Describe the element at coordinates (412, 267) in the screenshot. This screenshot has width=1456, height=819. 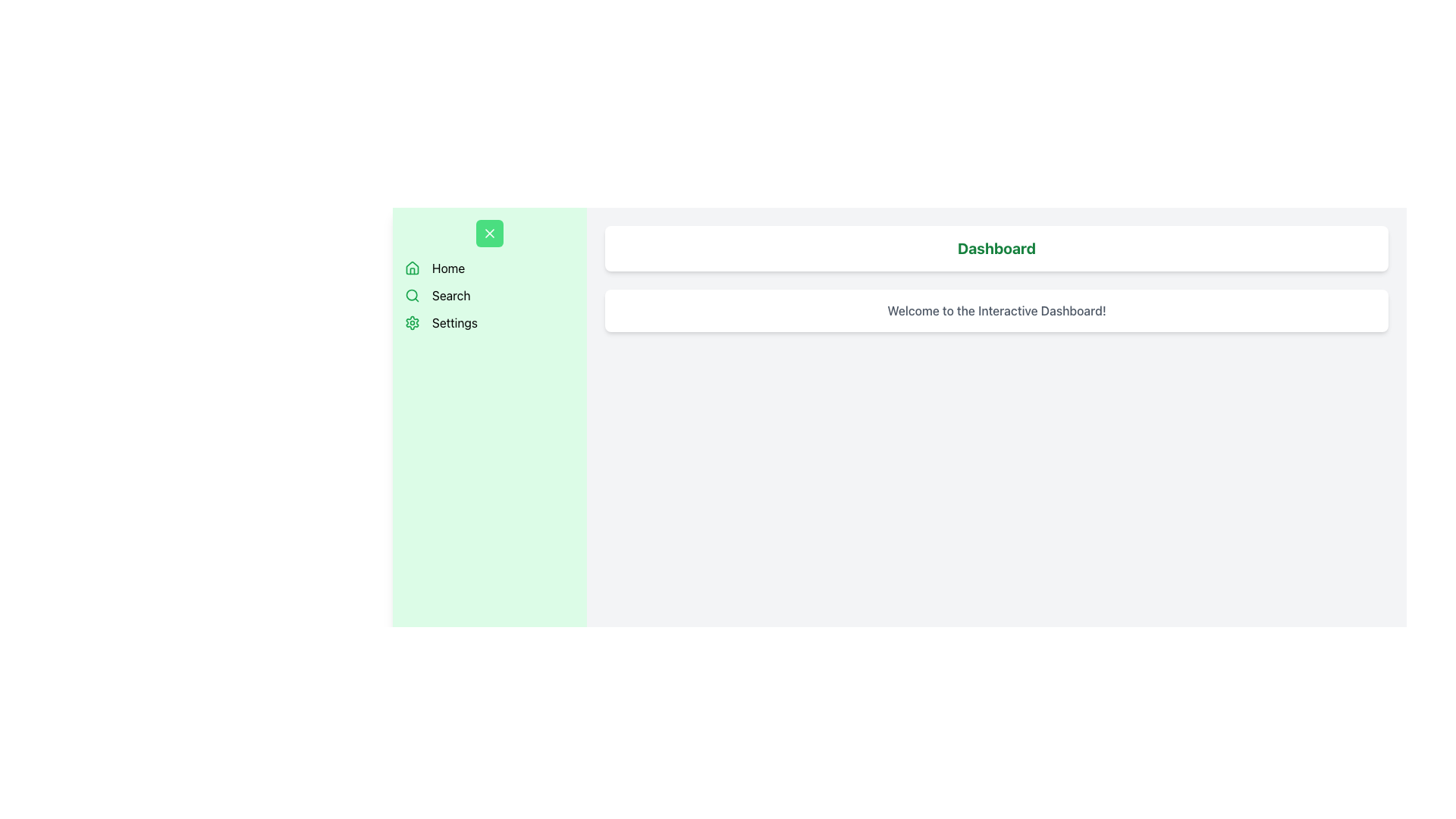
I see `the home icon in the navigation sidebar by` at that location.